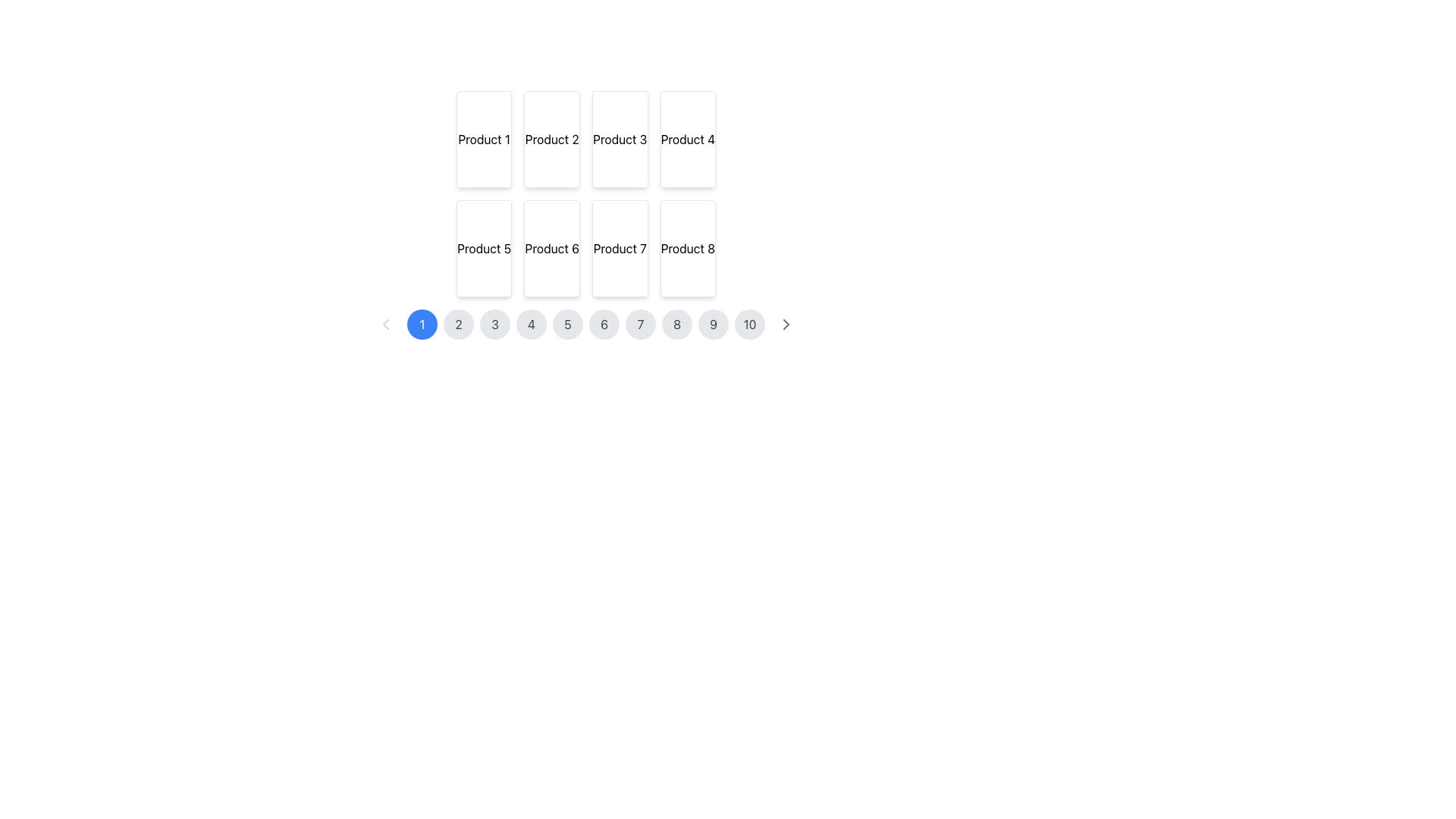 The width and height of the screenshot is (1456, 819). Describe the element at coordinates (551, 140) in the screenshot. I see `the static presentation block displaying 'Product 2', positioned as the second item in the first row of a 4-column grid layout` at that location.